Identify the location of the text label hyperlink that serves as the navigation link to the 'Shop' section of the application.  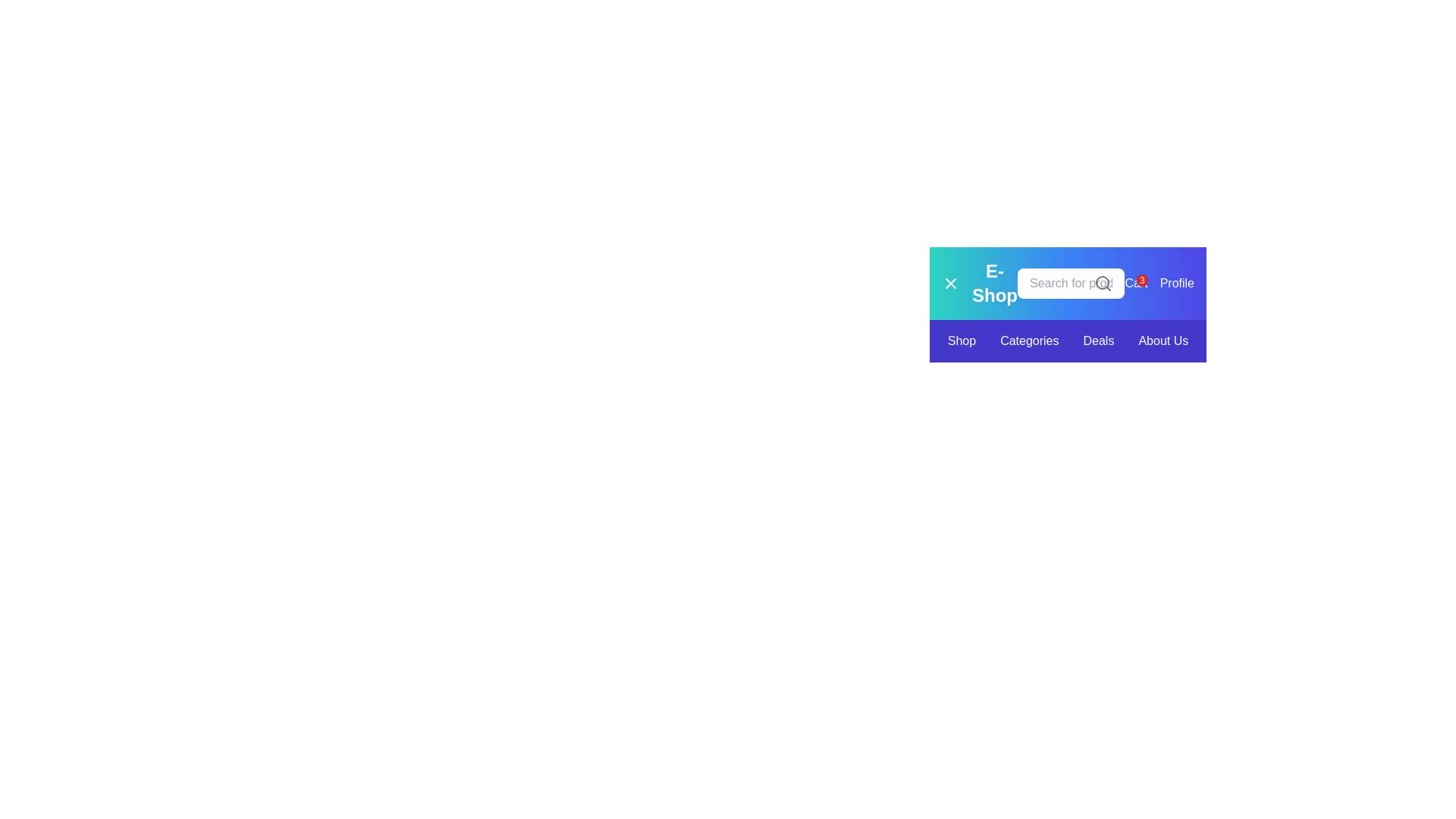
(960, 341).